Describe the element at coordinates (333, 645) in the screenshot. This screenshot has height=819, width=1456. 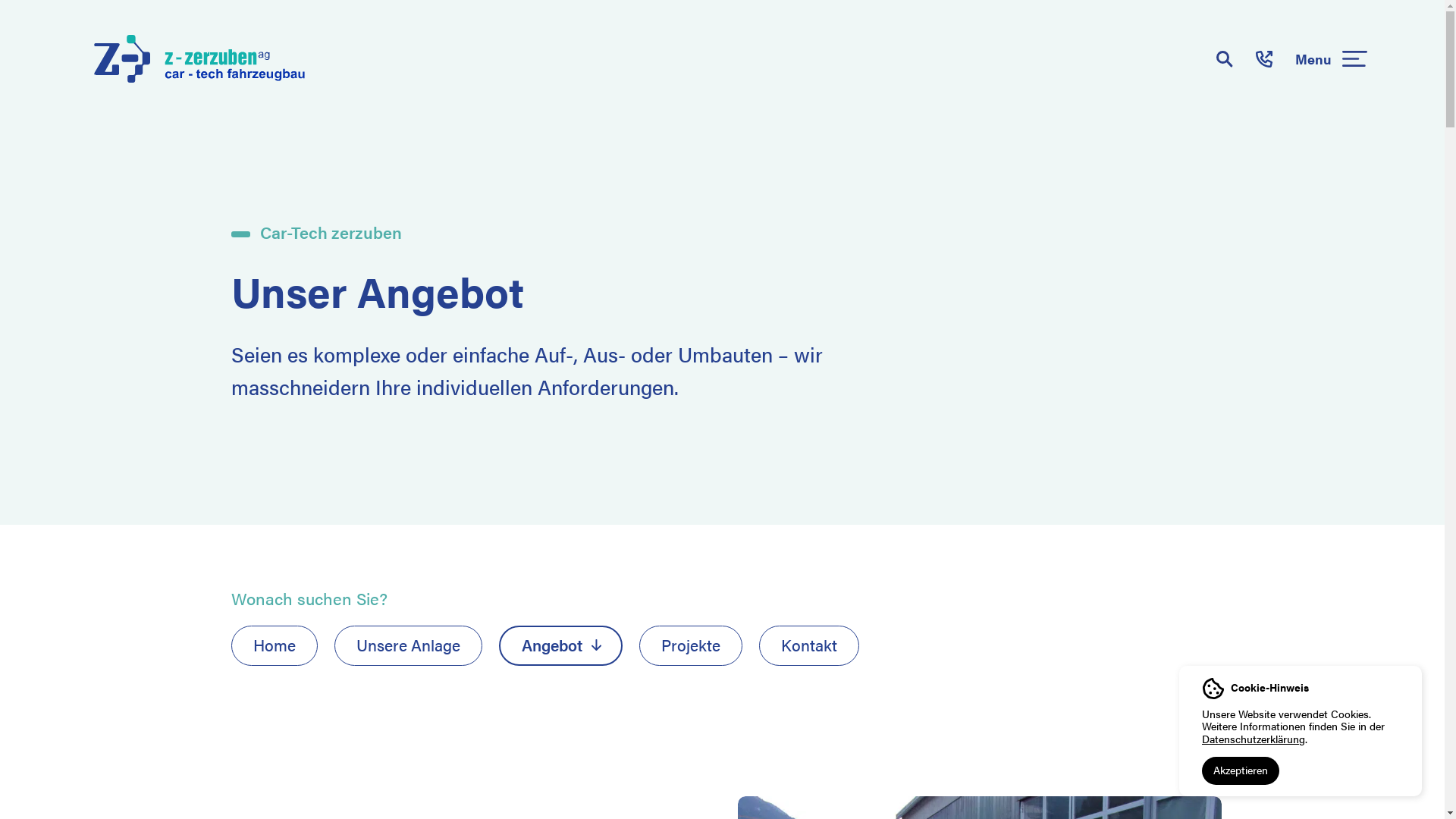
I see `'Unsere Anlage'` at that location.